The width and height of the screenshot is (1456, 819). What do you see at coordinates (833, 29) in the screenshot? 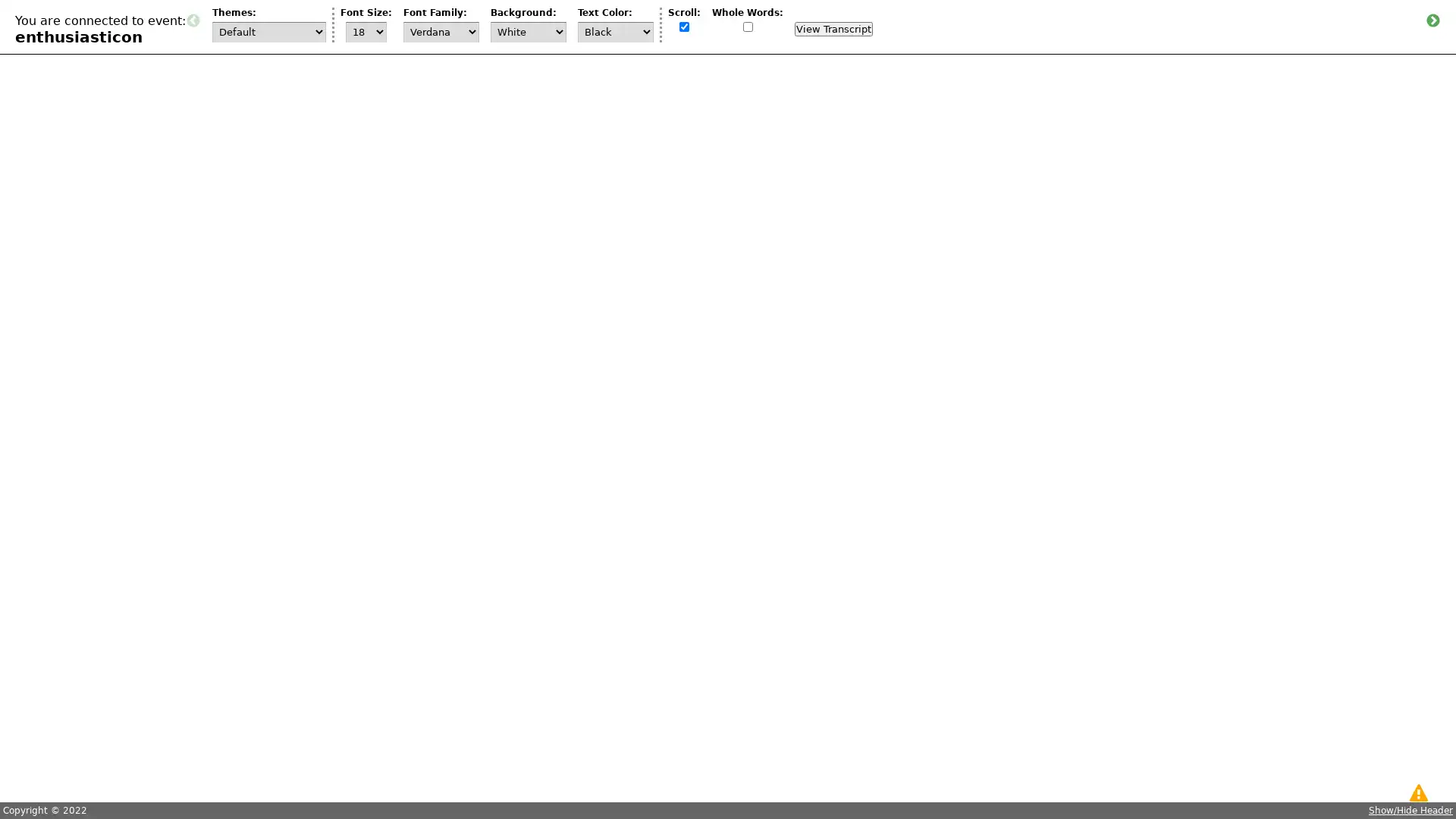
I see `View Transcript` at bounding box center [833, 29].